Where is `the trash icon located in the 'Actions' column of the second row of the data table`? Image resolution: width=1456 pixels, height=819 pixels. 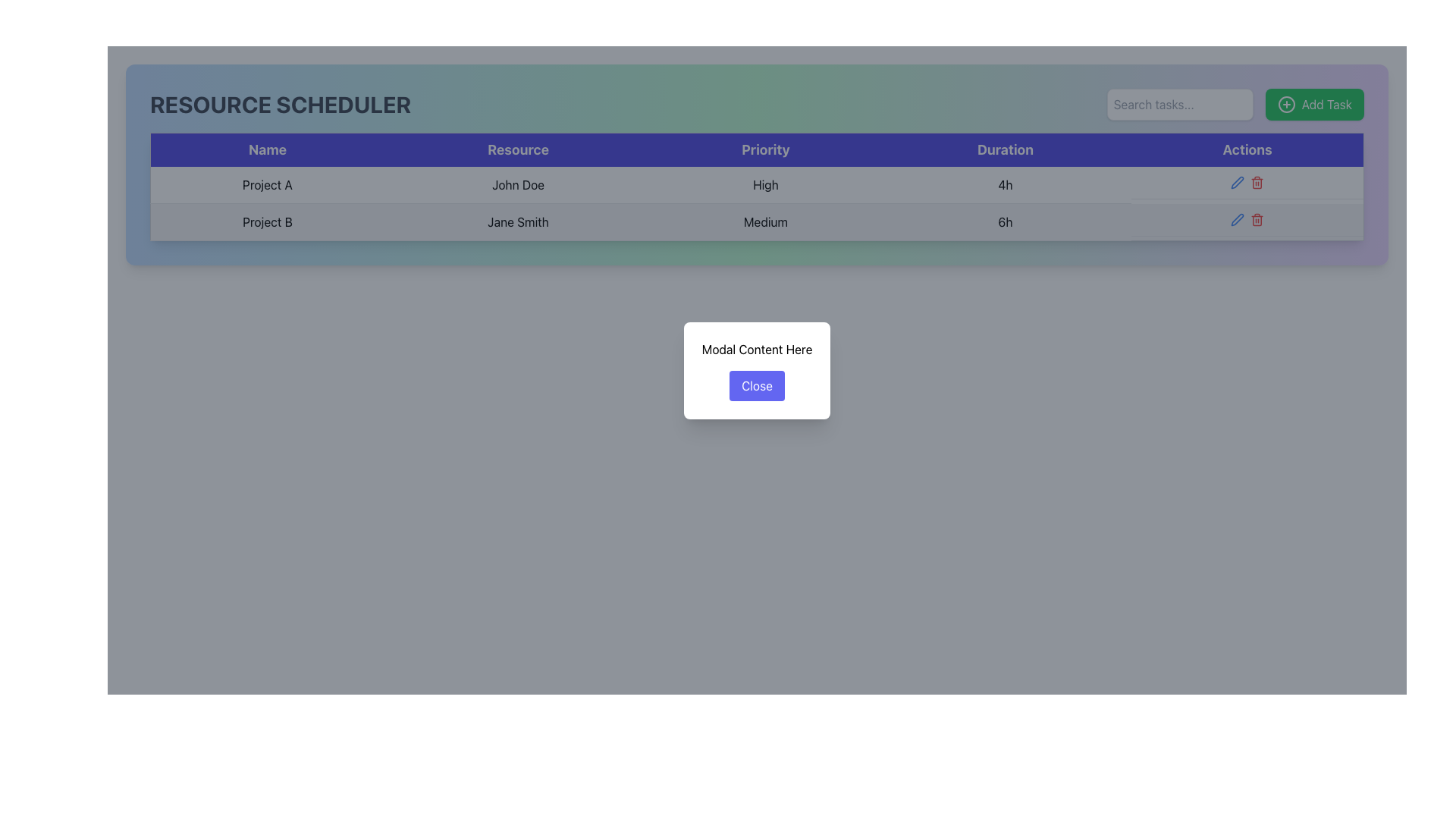
the trash icon located in the 'Actions' column of the second row of the data table is located at coordinates (1257, 183).